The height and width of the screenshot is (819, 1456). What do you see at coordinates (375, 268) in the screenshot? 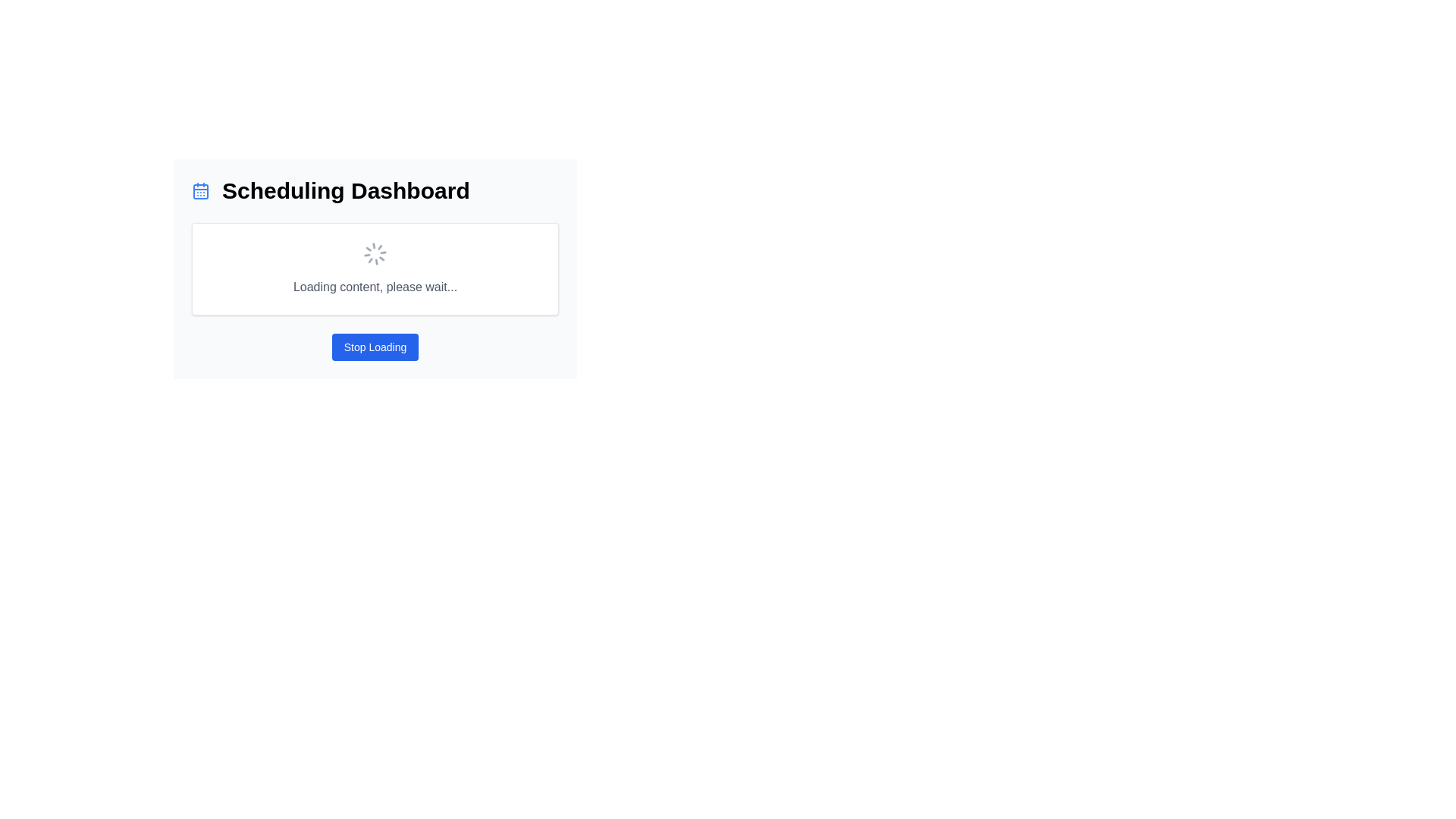
I see `displayed text from the loading indicator with the message 'Loading content, please wait...' which is centrally located below the 'Scheduling Dashboard' headline and above the 'Stop Loading' button` at bounding box center [375, 268].